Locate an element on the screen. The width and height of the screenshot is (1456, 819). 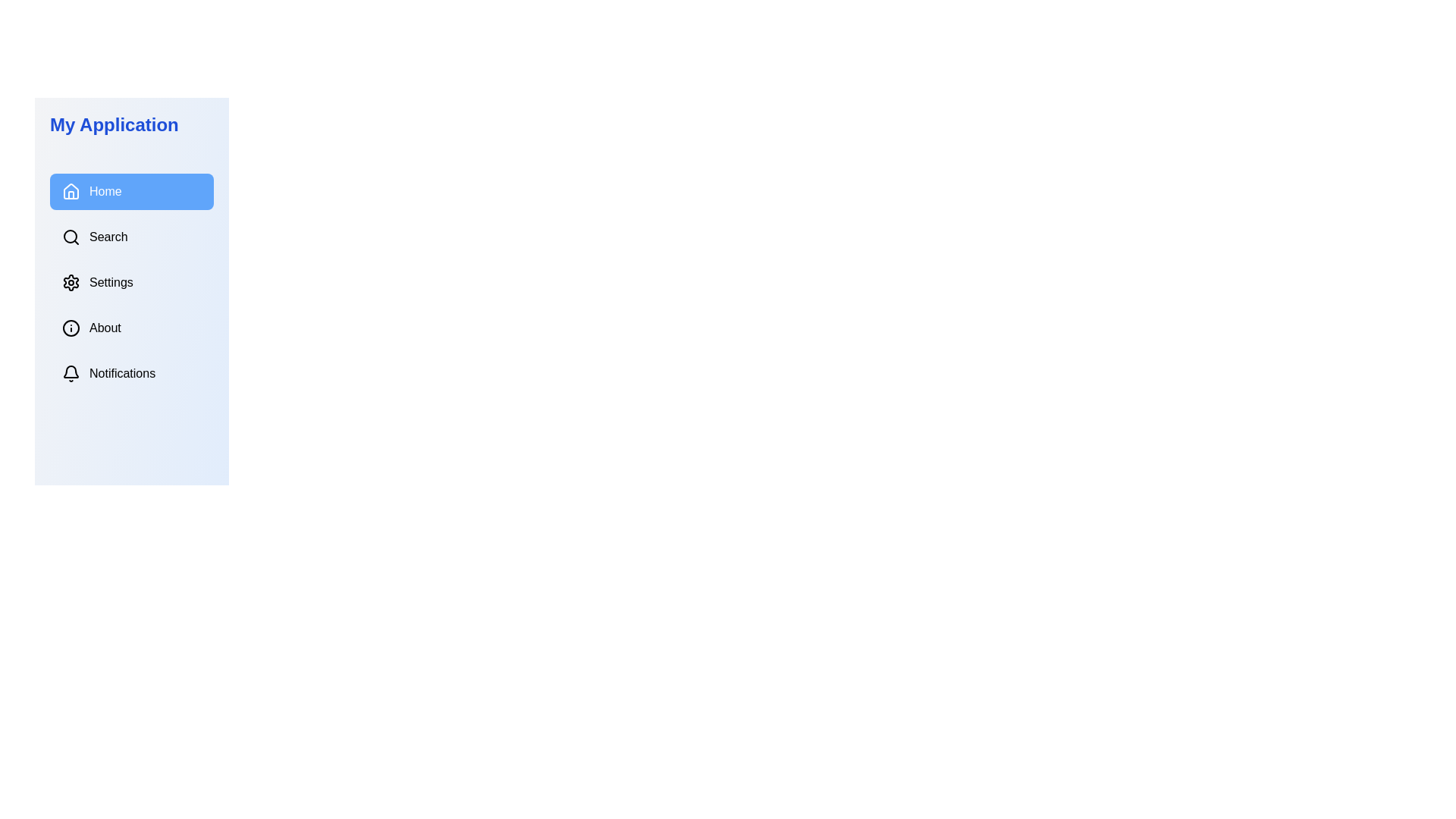
the small black magnifying glass icon, which represents a search action and is located to the left of the 'Search' text in the vertical navigation menu is located at coordinates (71, 237).